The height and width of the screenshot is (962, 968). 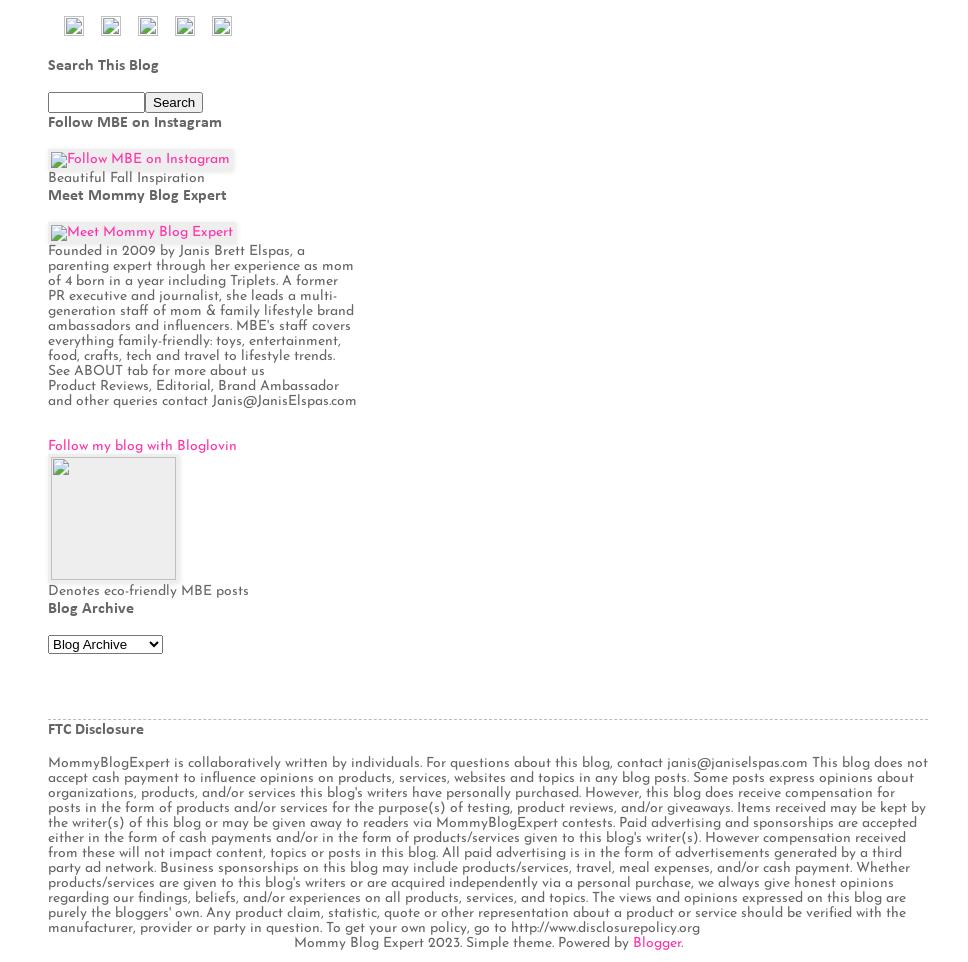 I want to click on 'Meet Mommy Blog Expert', so click(x=136, y=193).